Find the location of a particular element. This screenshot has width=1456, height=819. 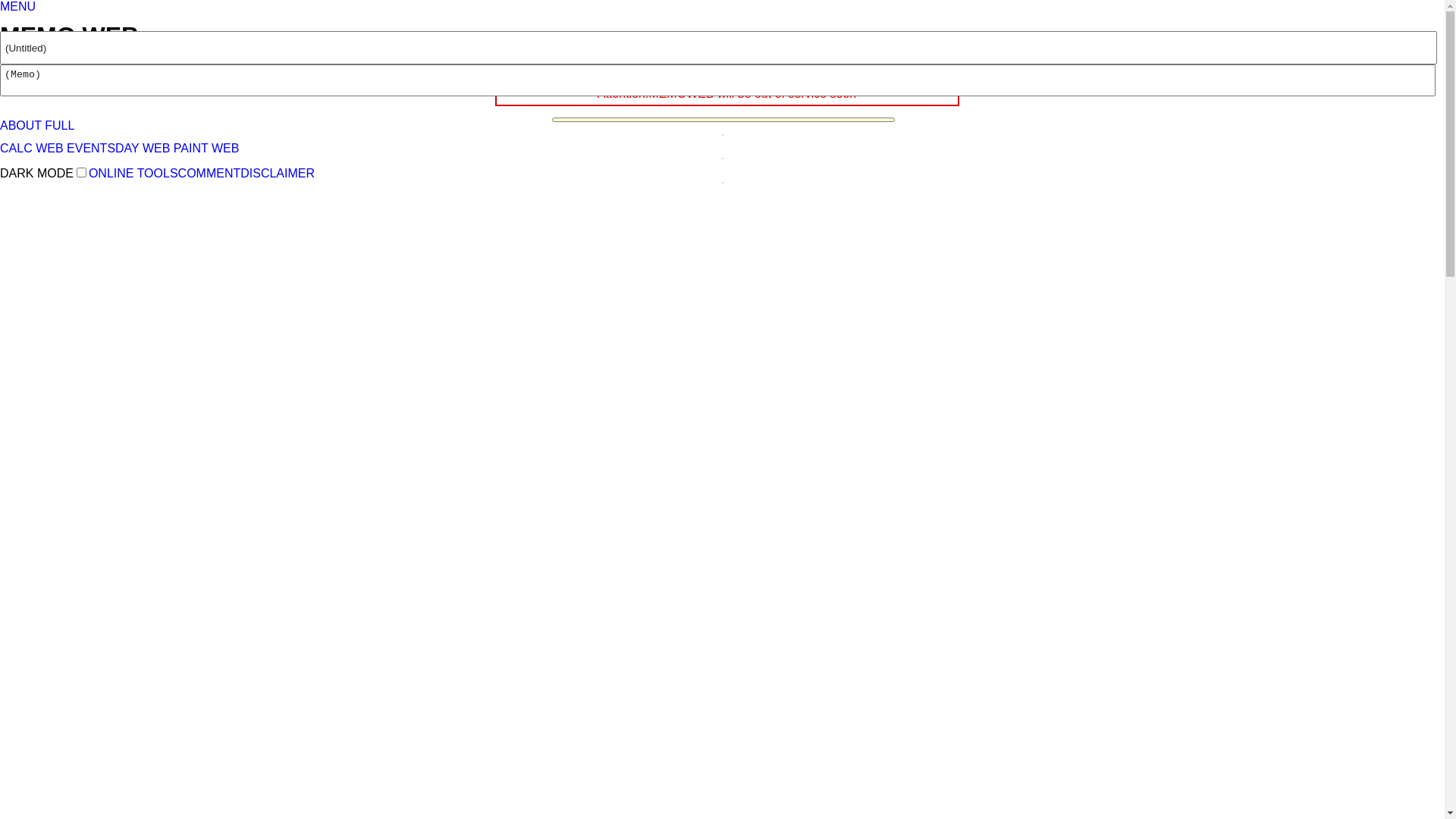

'EVENTSDAY WEB' is located at coordinates (118, 148).